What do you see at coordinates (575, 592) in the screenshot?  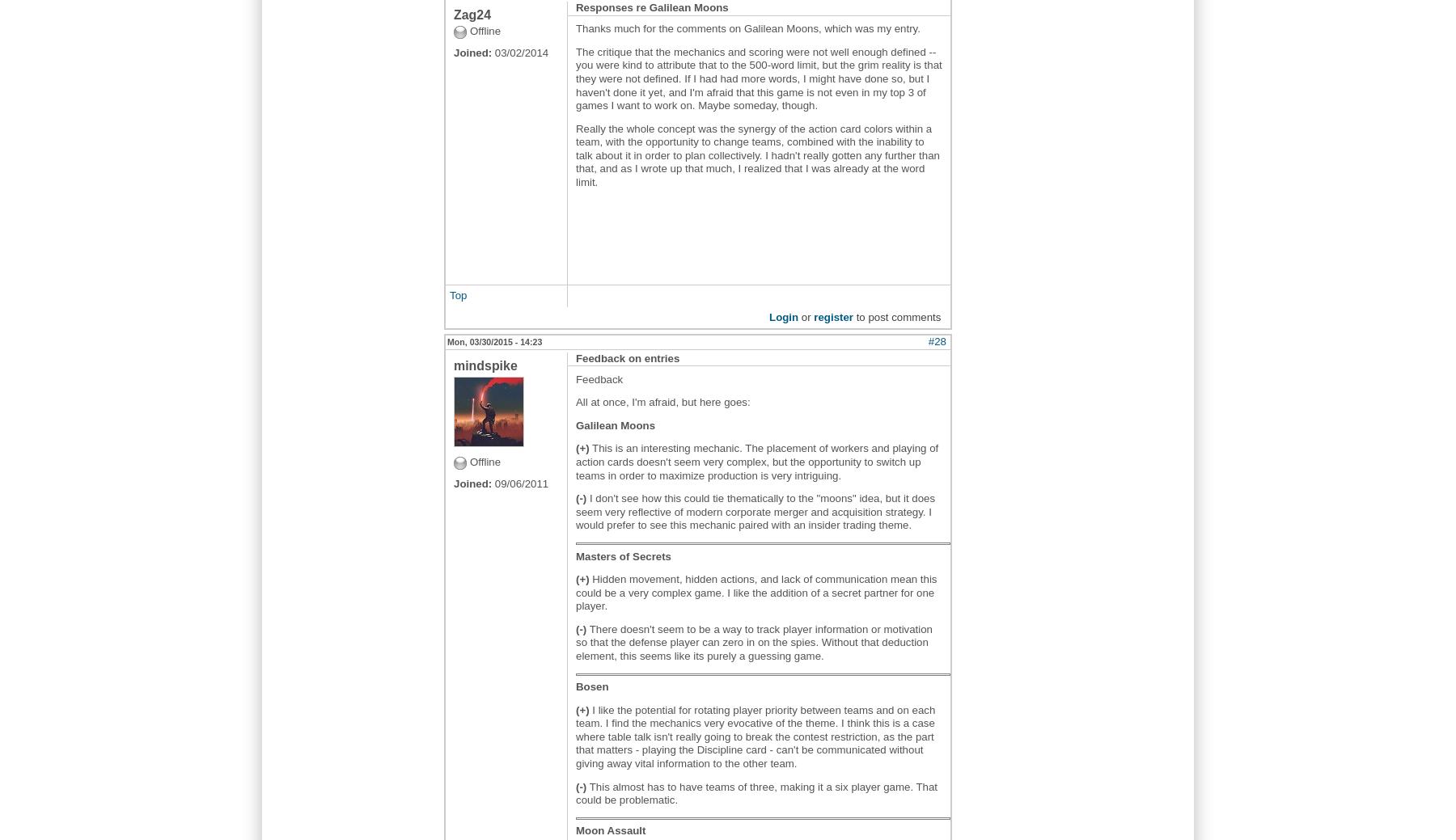 I see `'Hidden movement, hidden actions, and lack of communication mean this could be a very complex game. I like the addition of a secret partner for one player.'` at bounding box center [575, 592].